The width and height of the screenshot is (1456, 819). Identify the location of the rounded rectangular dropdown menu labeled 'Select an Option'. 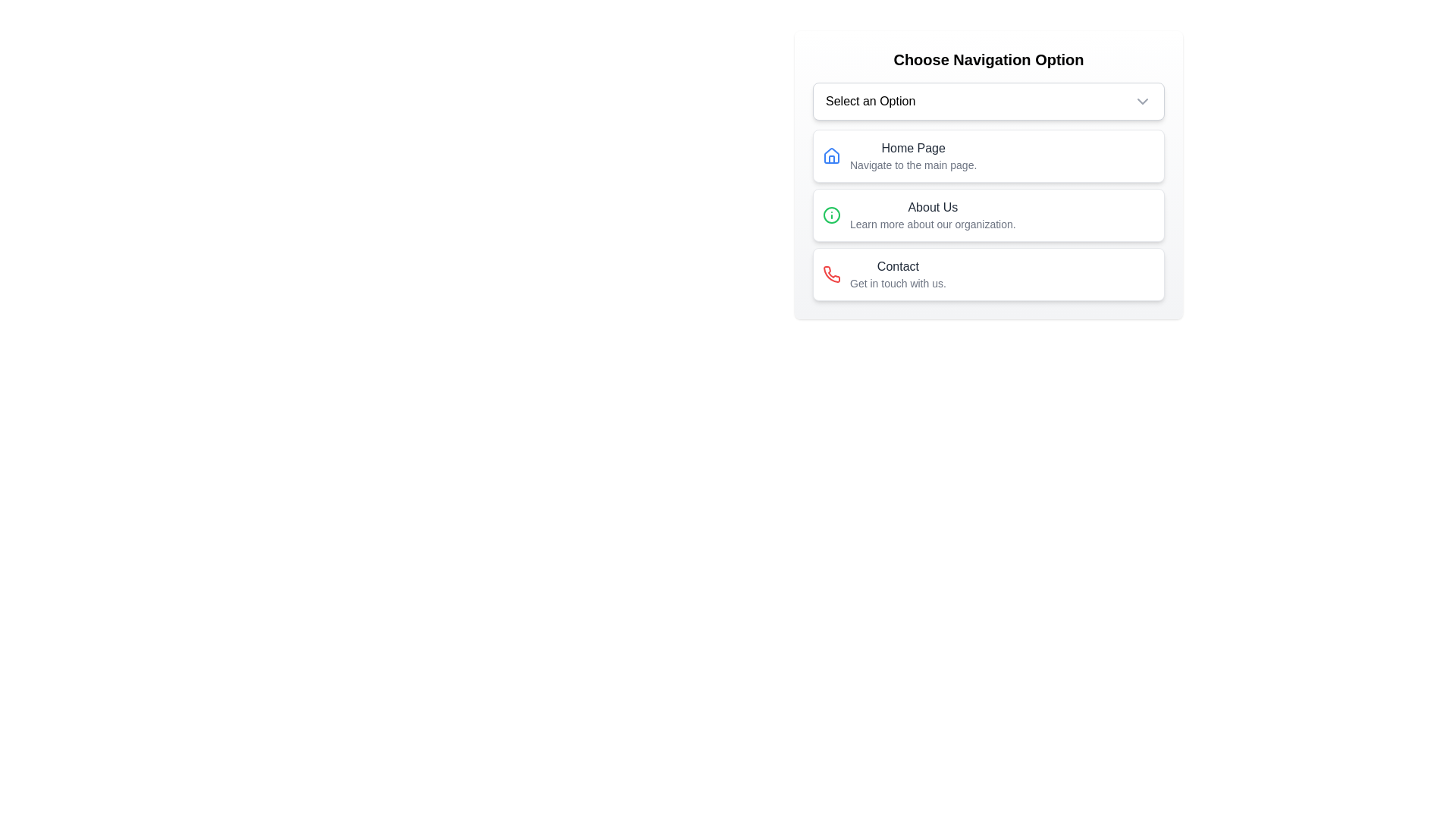
(989, 102).